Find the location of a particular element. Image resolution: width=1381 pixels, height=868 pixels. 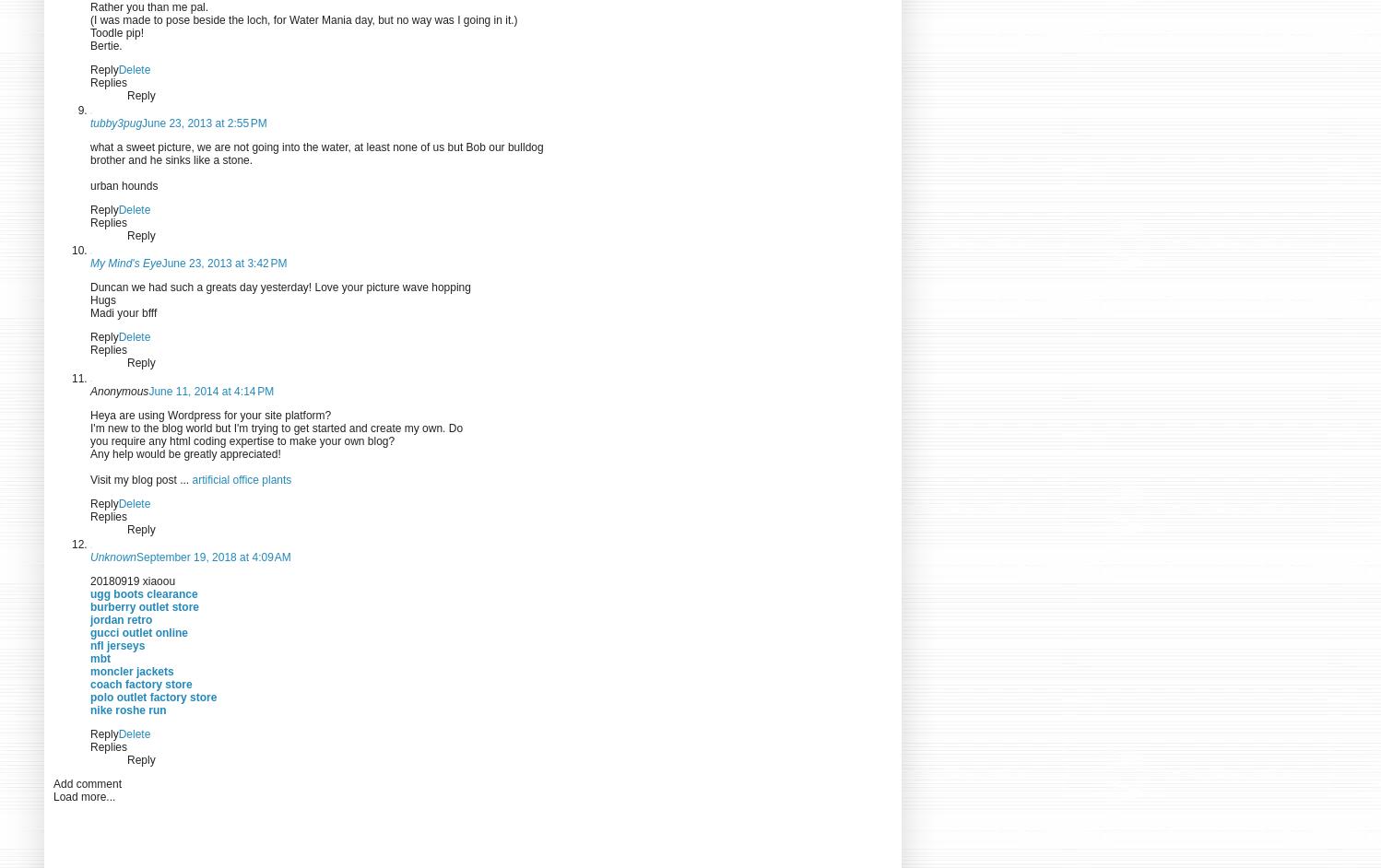

'tubby3pug' is located at coordinates (89, 123).